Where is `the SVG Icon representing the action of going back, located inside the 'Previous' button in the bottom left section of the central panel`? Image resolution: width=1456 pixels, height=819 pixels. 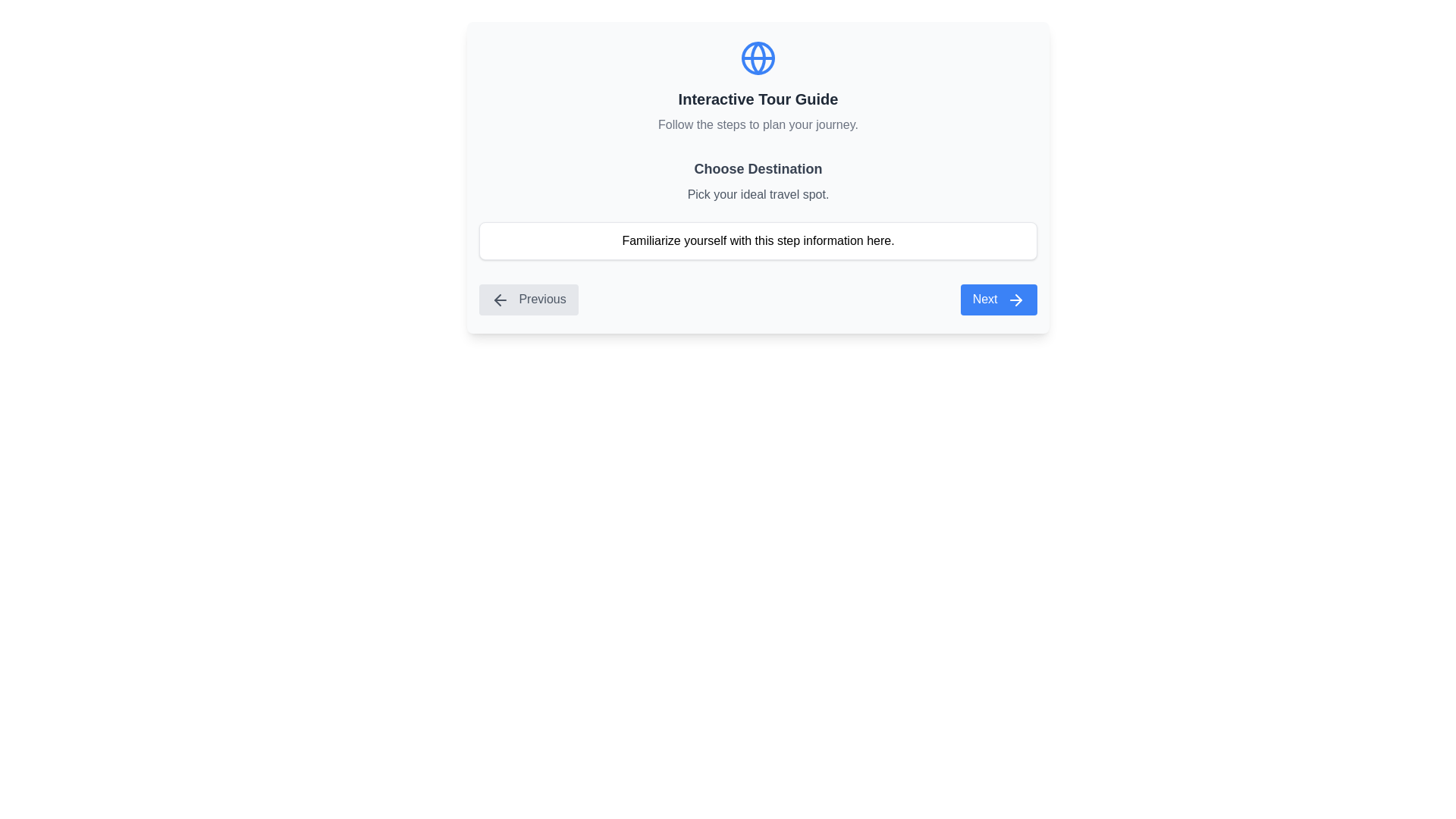
the SVG Icon representing the action of going back, located inside the 'Previous' button in the bottom left section of the central panel is located at coordinates (500, 299).